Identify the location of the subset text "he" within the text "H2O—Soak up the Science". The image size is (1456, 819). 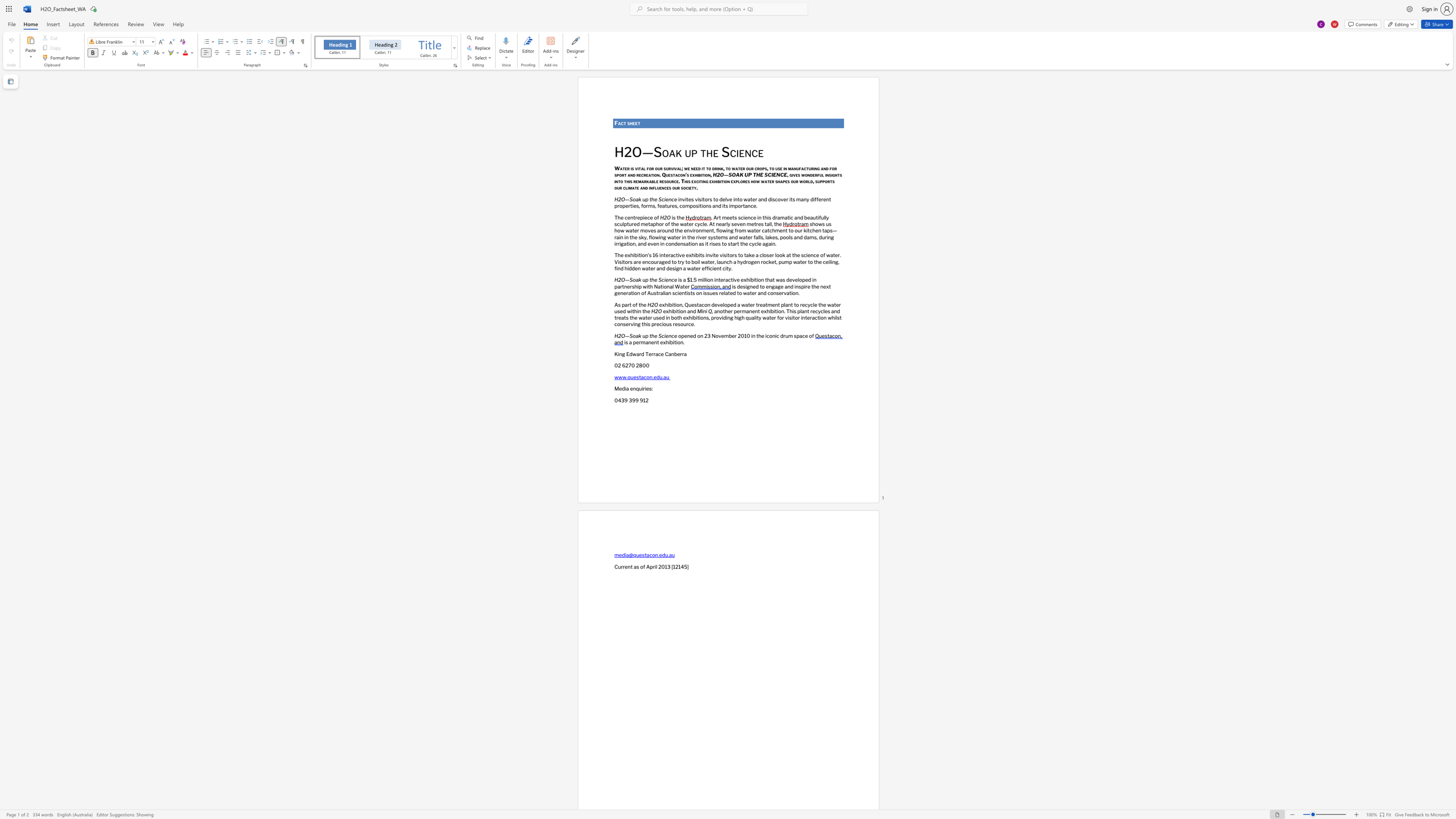
(651, 279).